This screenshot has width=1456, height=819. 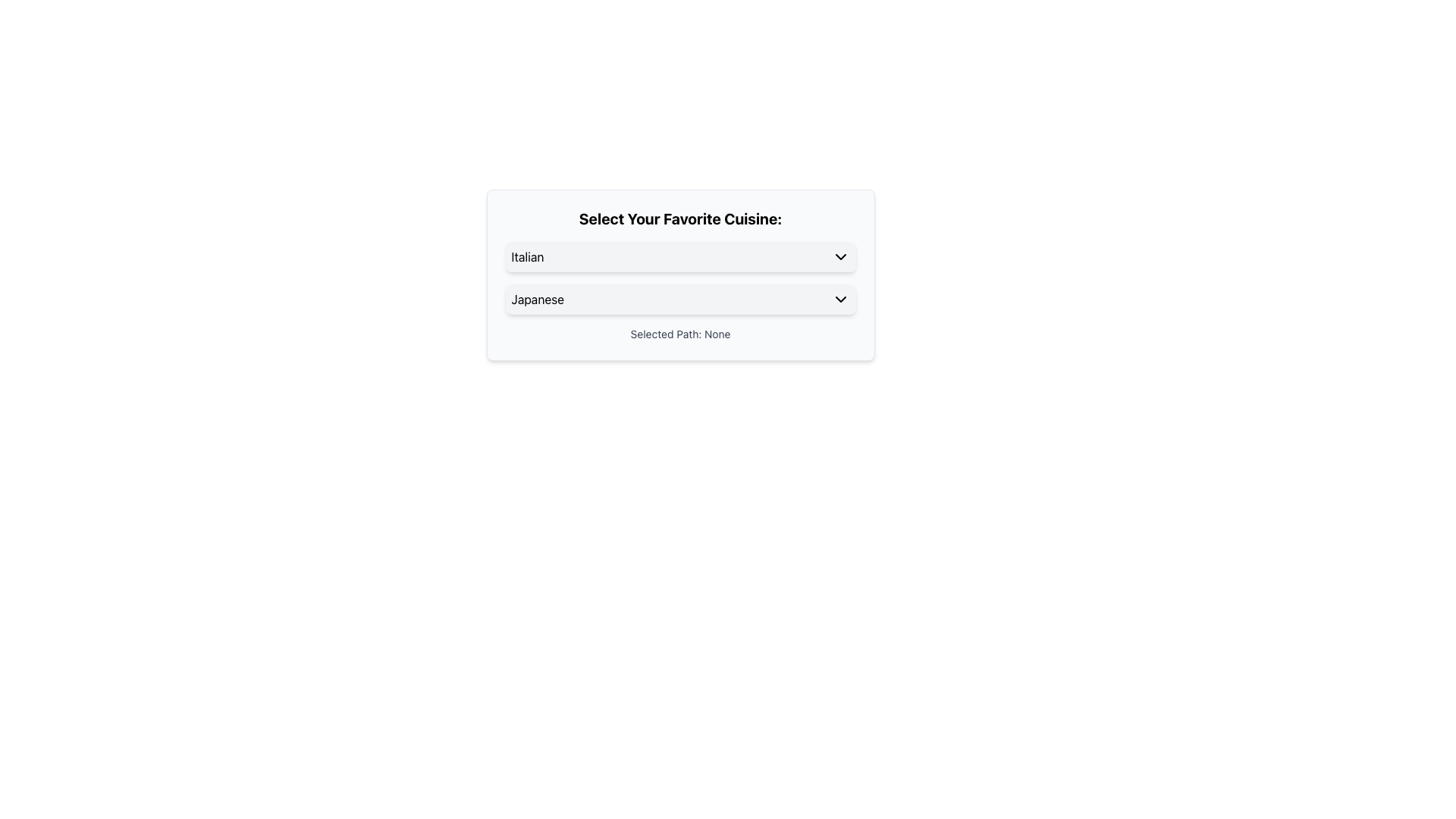 I want to click on the bold heading labeled 'Select Your Favorite Cuisine:' which is centrally aligned at the top of the card interface, so click(x=679, y=219).